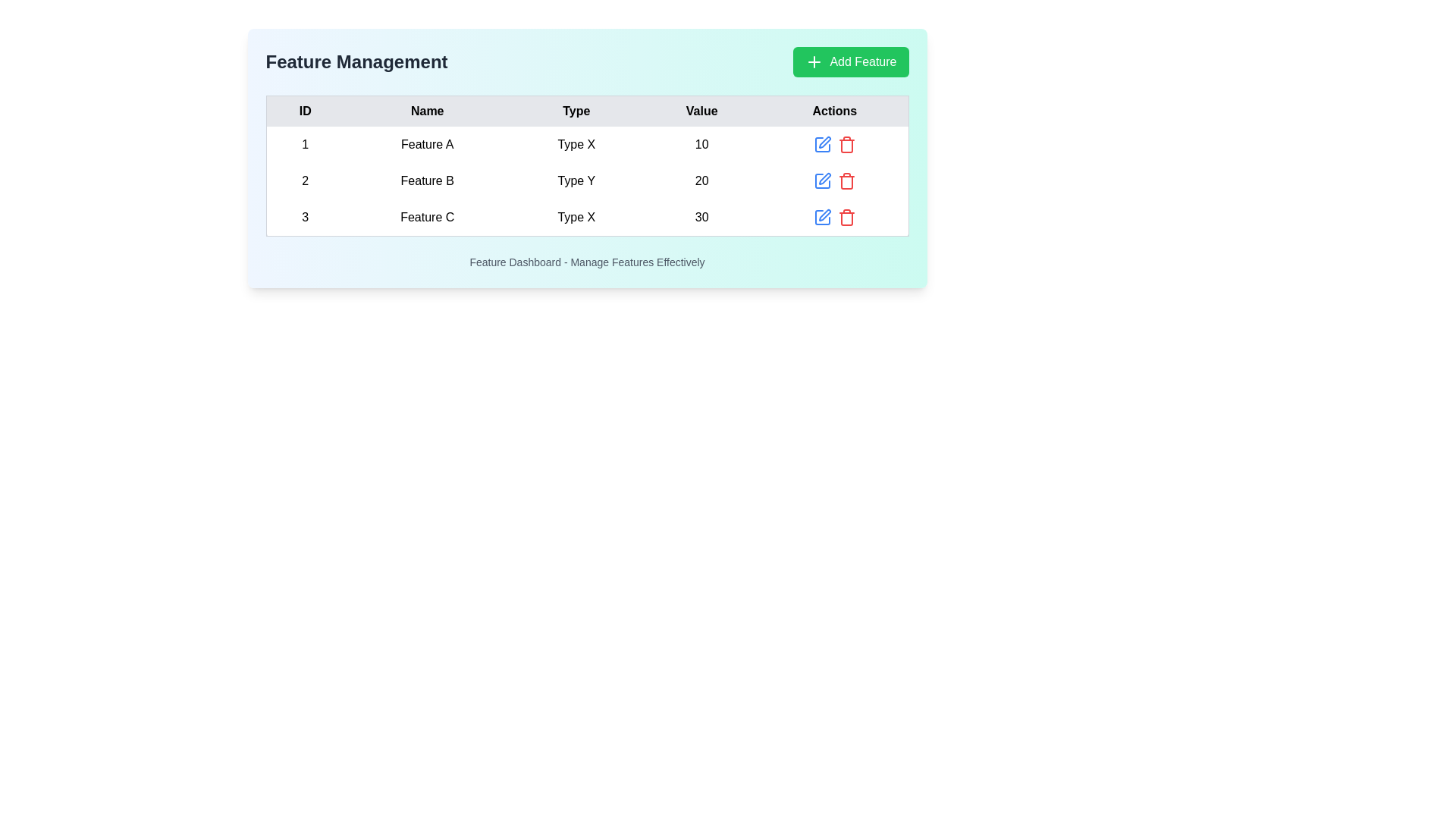 The height and width of the screenshot is (819, 1456). I want to click on the deletion button located in the 'Actions' column of the third row of the feature management table, which is the second interactive icon to the right of a blue edit icon, so click(846, 217).